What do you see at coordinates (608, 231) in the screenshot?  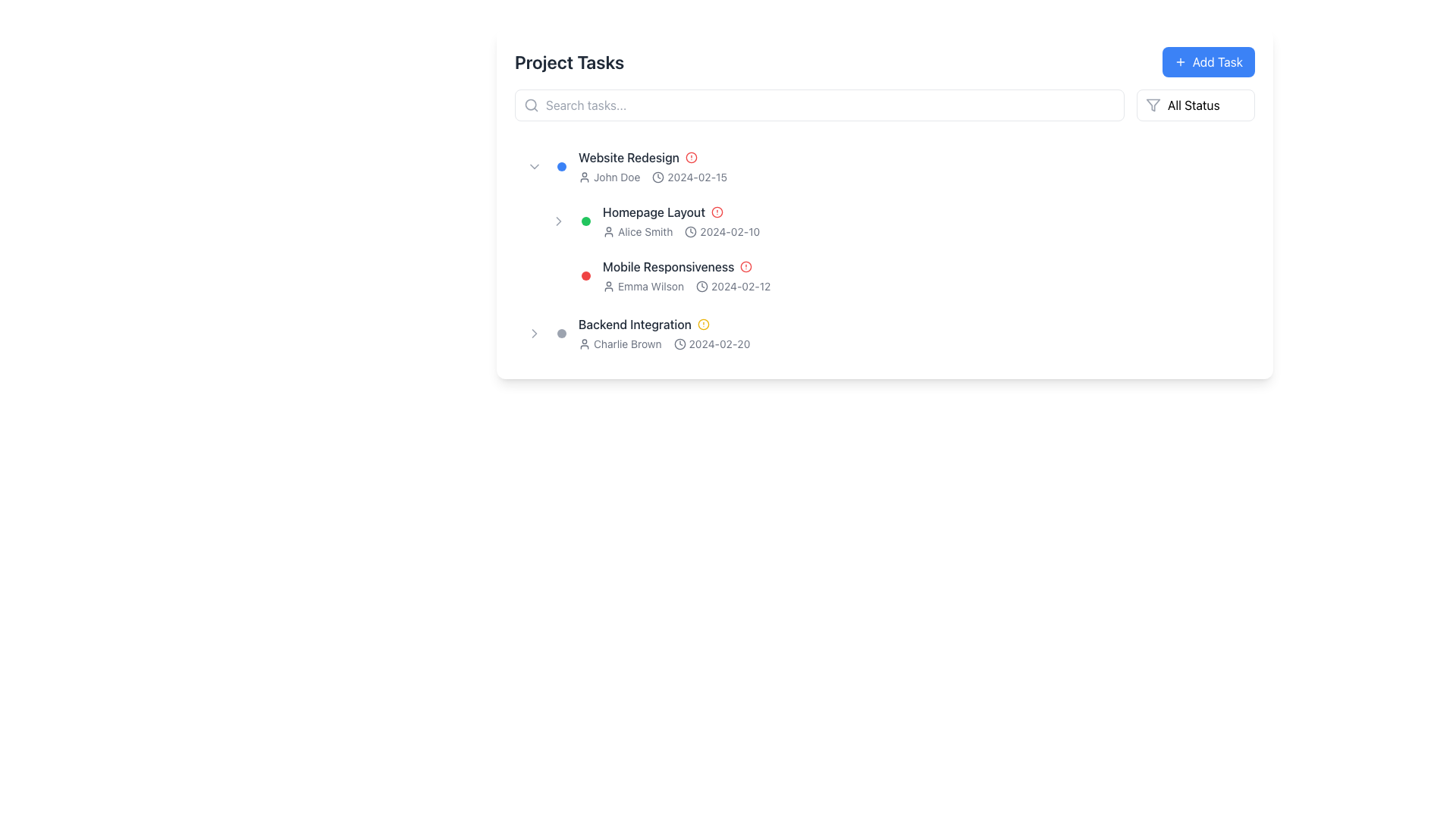 I see `the Profile icon element, which is a small user profile silhouette located to the left of the text 'Alice Smith' in the 'Homepage Layout' item under the 'Project Tasks' section` at bounding box center [608, 231].